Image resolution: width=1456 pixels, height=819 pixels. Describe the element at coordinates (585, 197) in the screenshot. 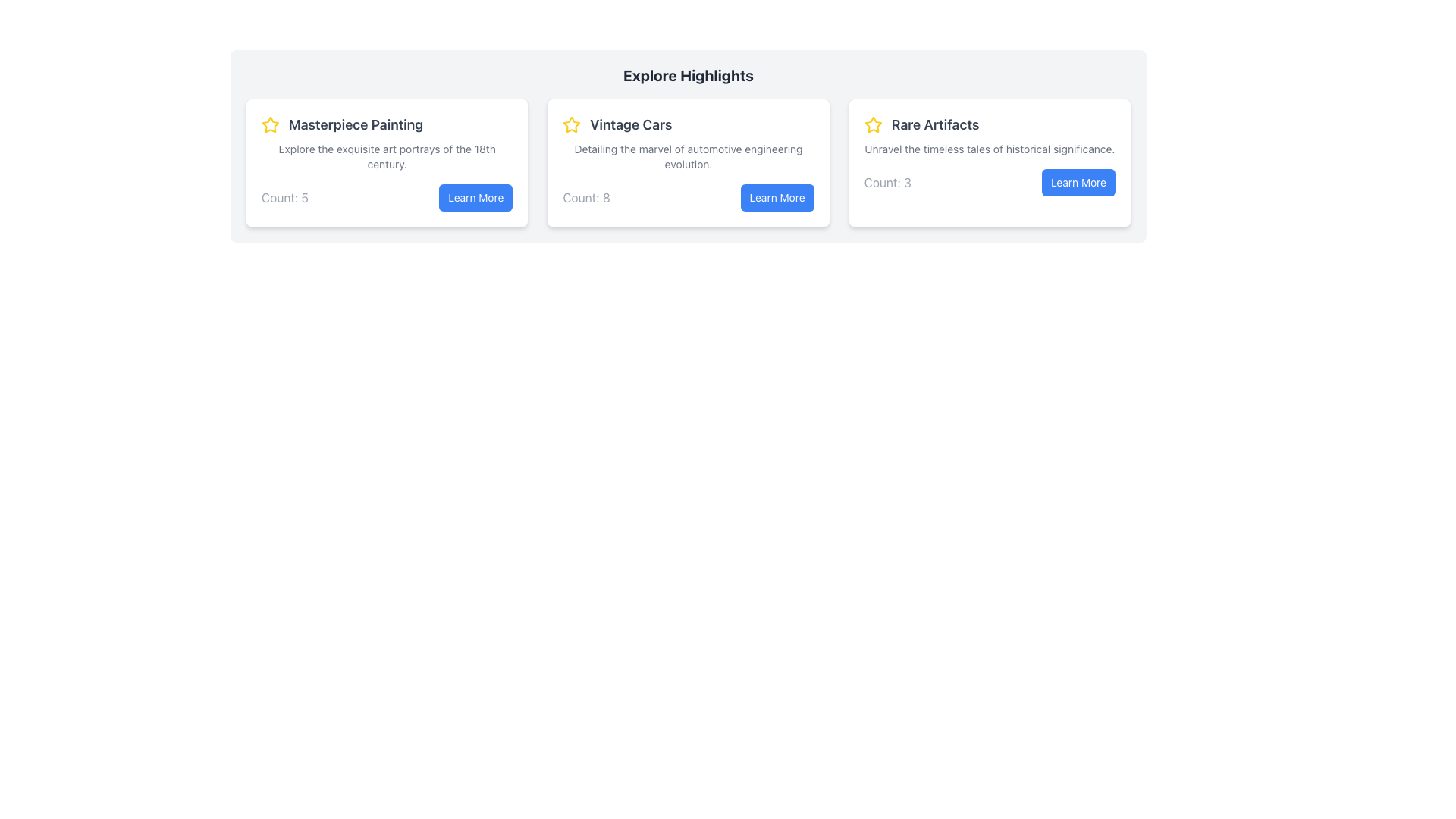

I see `the static text label displaying a numerical count in the 'Vintage Cars' card, which is located at the bottom-left part of the card` at that location.